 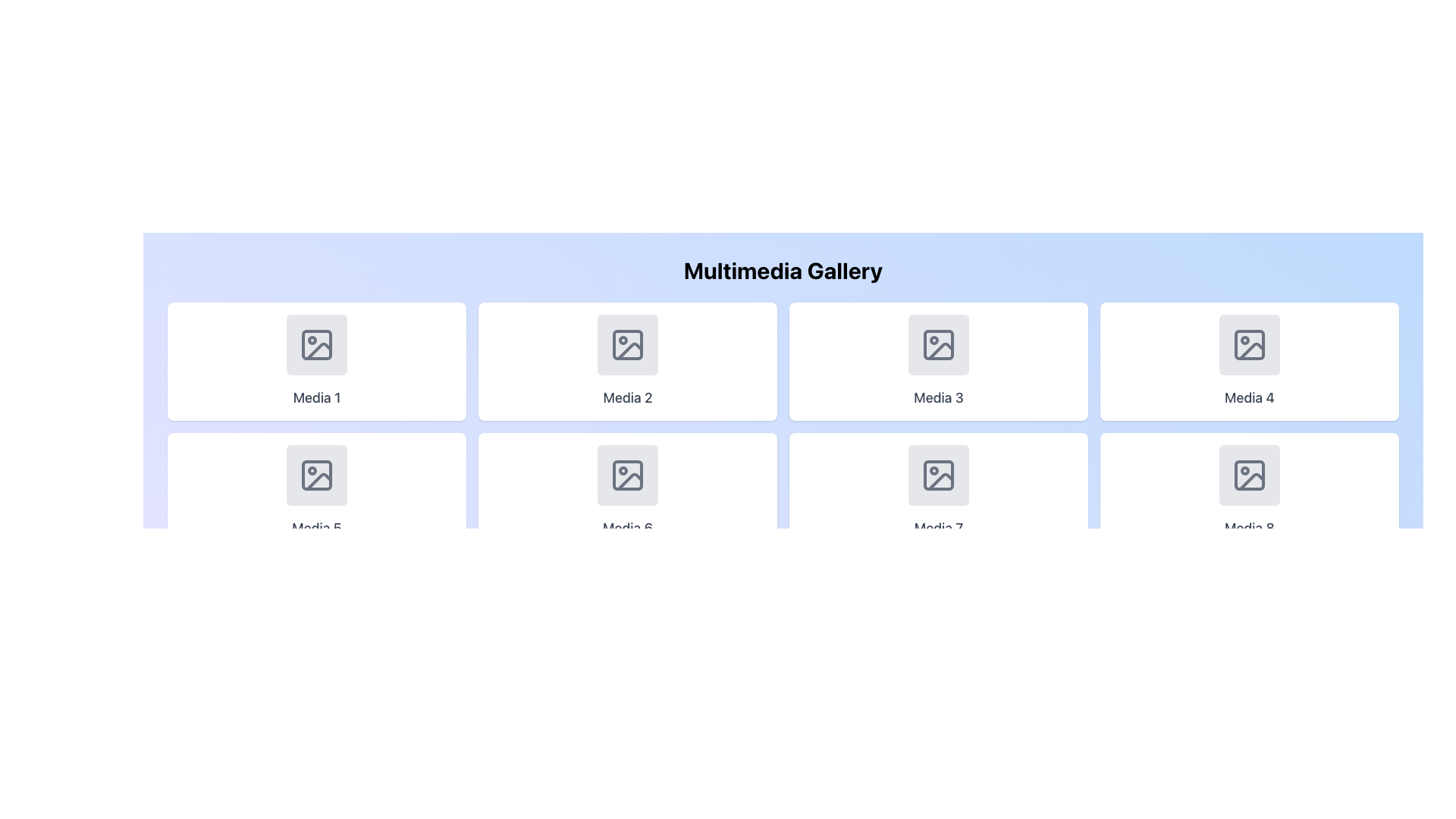 What do you see at coordinates (628, 397) in the screenshot?
I see `text label located below the gray media icon in the second box of the first row of the grid` at bounding box center [628, 397].